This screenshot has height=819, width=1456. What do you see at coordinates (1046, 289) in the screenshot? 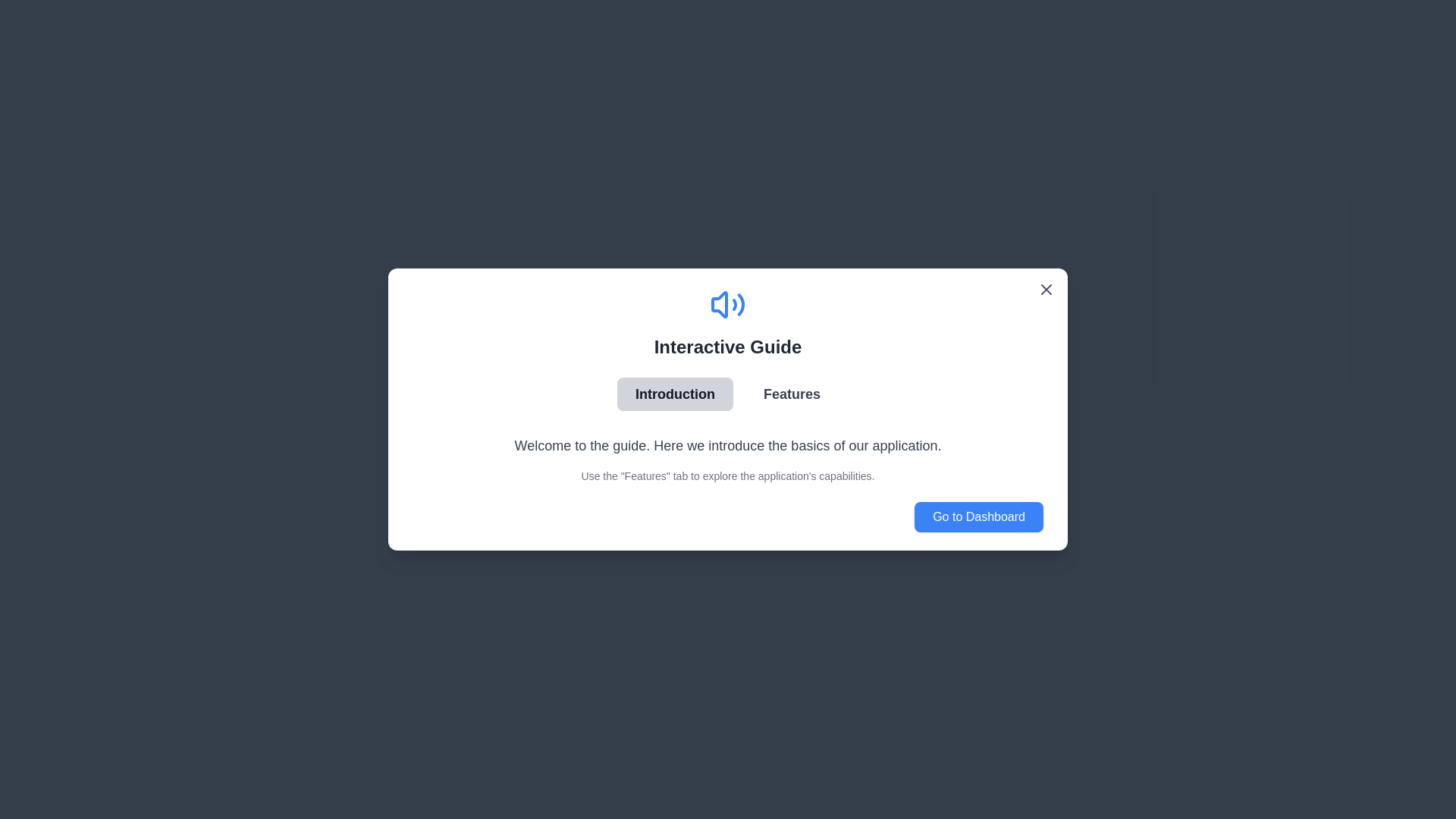
I see `the close icon, represented by an 'X' shape, located in the top-right corner of the modal dialog box` at bounding box center [1046, 289].